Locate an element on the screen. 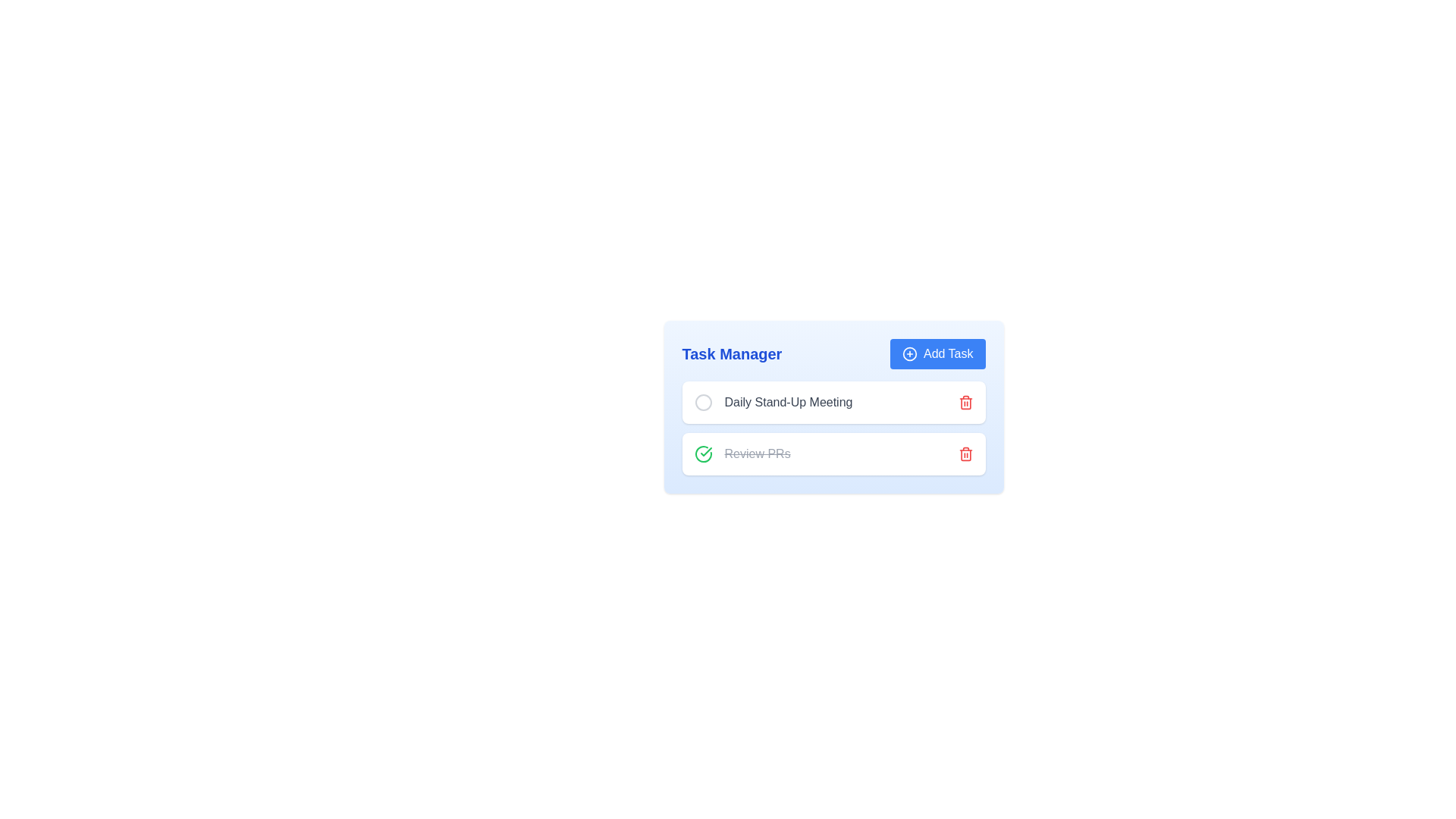 This screenshot has width=1456, height=819. the first task list item in the task management interface is located at coordinates (773, 402).